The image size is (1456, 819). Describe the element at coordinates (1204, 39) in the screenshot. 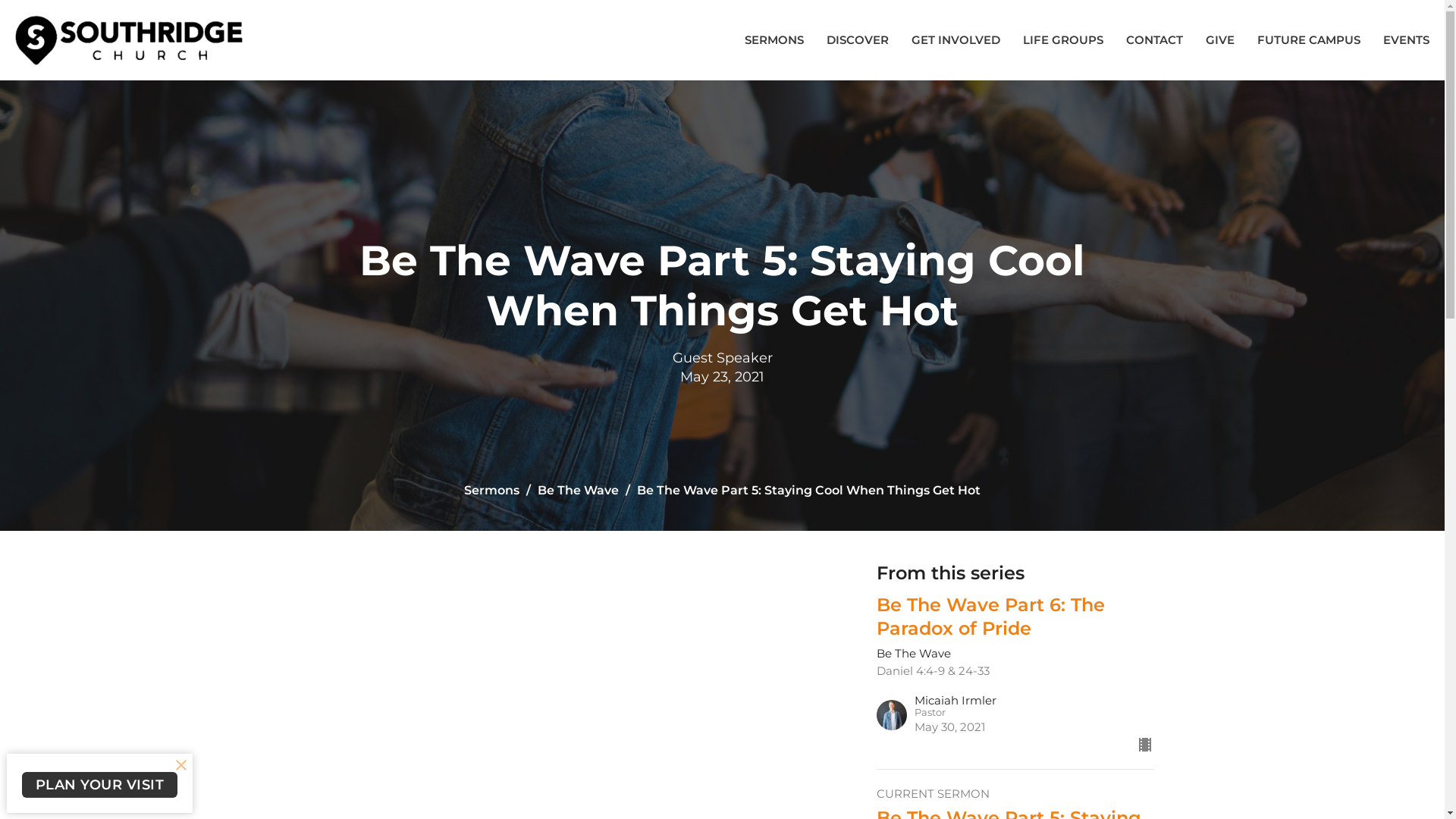

I see `'GIVE'` at that location.